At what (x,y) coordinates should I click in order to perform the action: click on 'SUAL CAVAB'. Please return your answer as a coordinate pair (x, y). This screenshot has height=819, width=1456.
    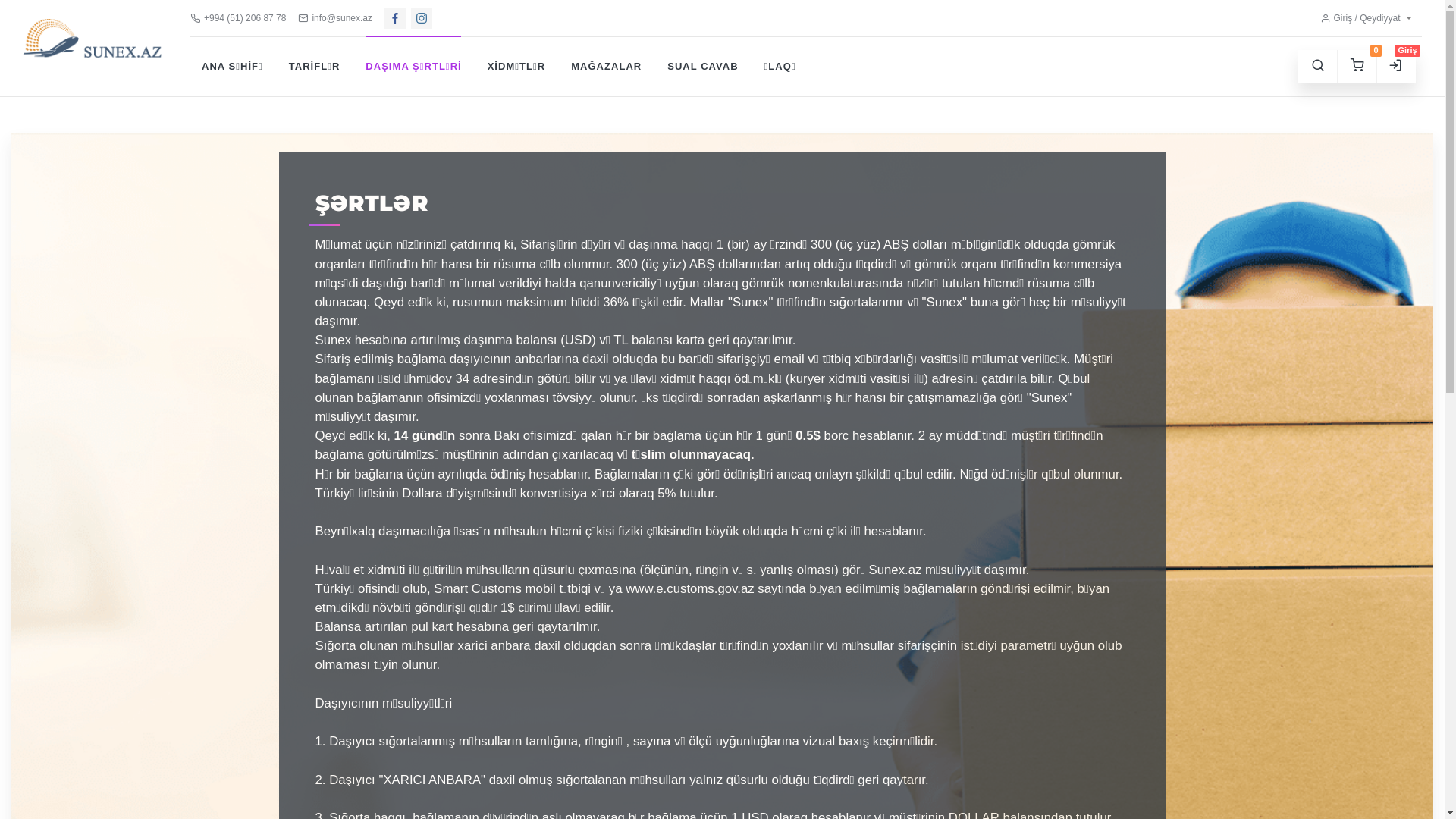
    Looking at the image, I should click on (701, 66).